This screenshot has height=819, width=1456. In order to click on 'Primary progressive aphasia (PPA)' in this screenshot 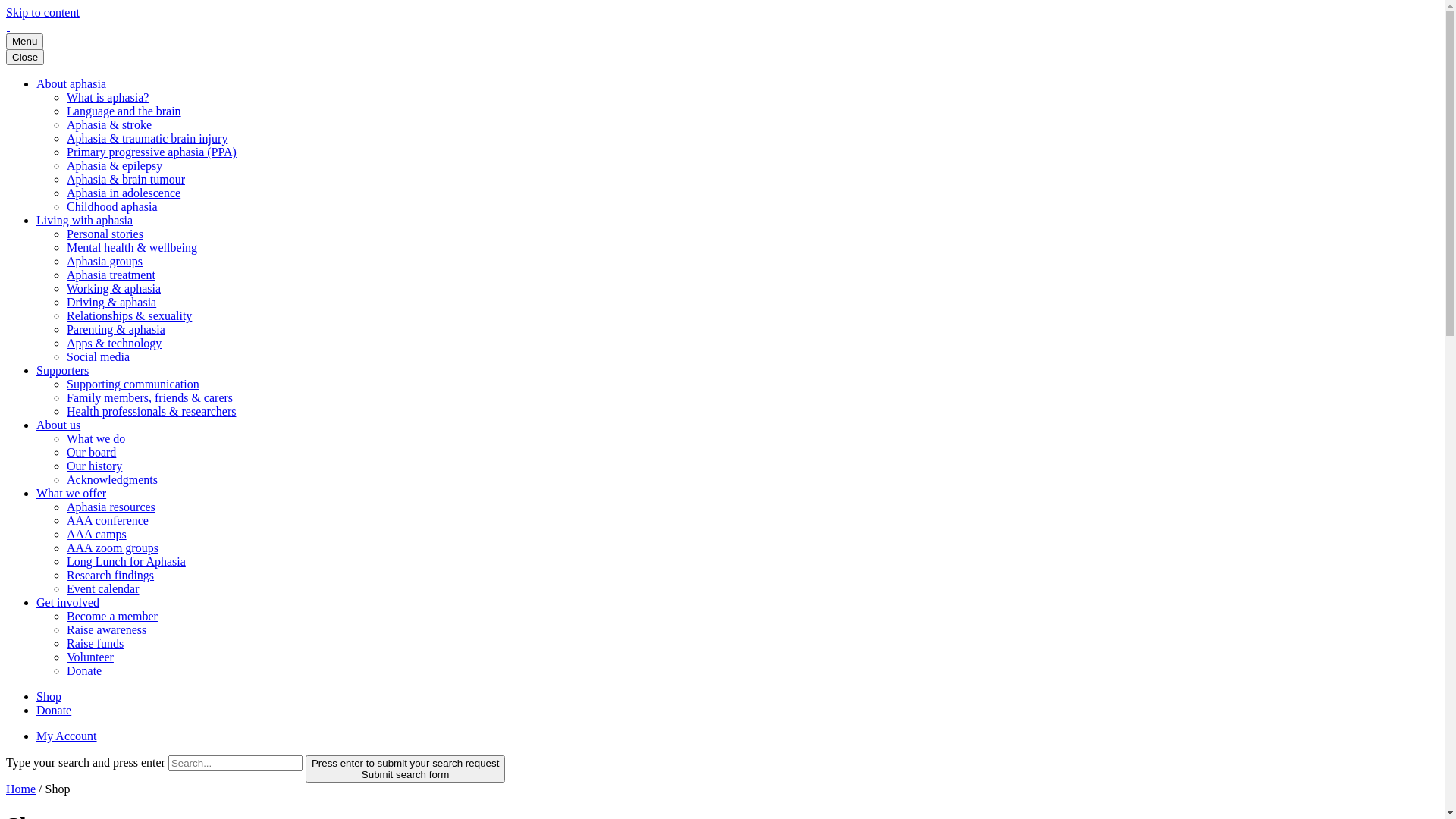, I will do `click(152, 152)`.